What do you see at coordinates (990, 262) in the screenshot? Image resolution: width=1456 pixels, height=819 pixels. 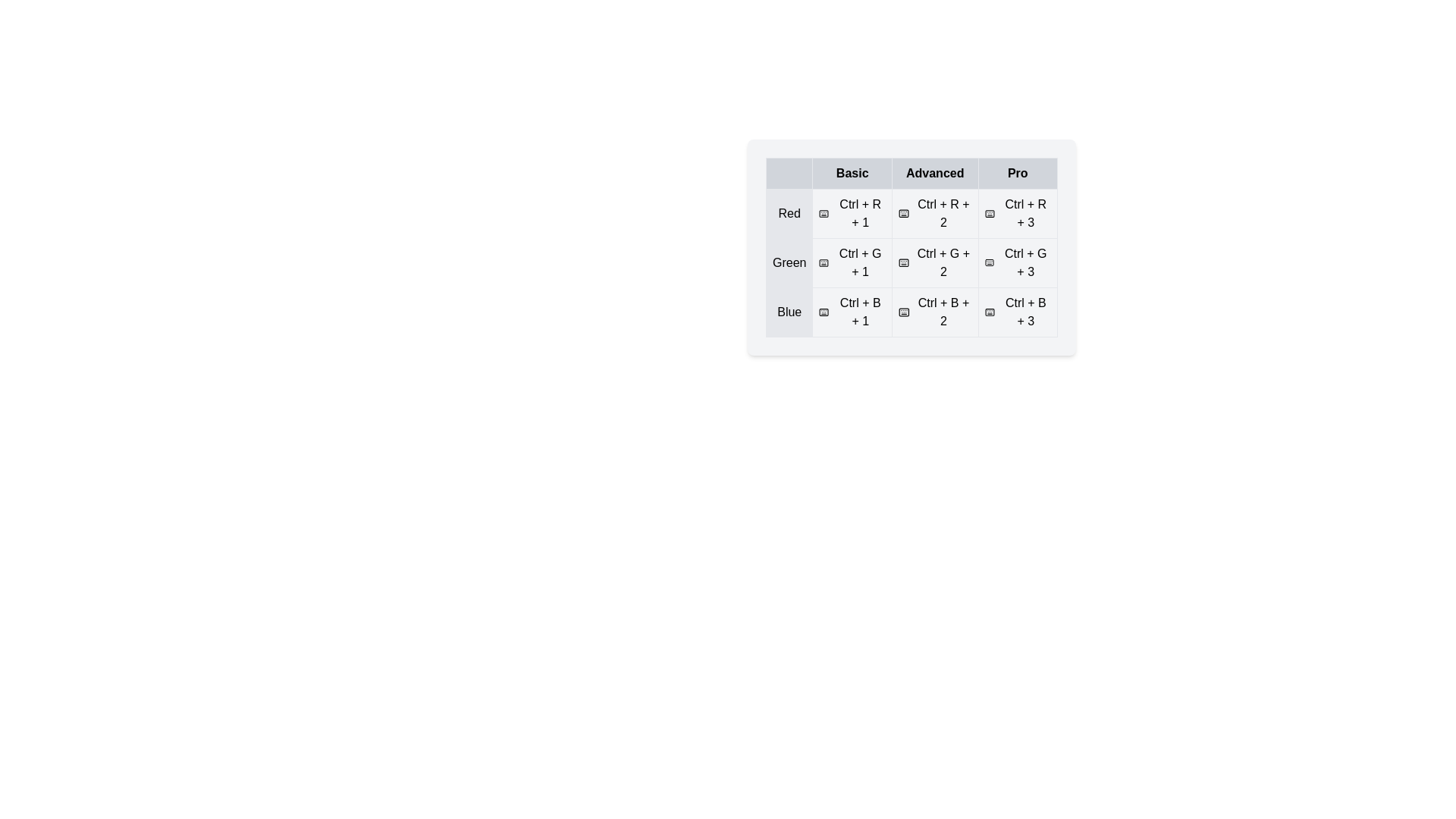 I see `the keyboard icon located in the third column of the second row of the table, positioned within the 'Pro' column and 'Green' row, for informational purposes` at bounding box center [990, 262].